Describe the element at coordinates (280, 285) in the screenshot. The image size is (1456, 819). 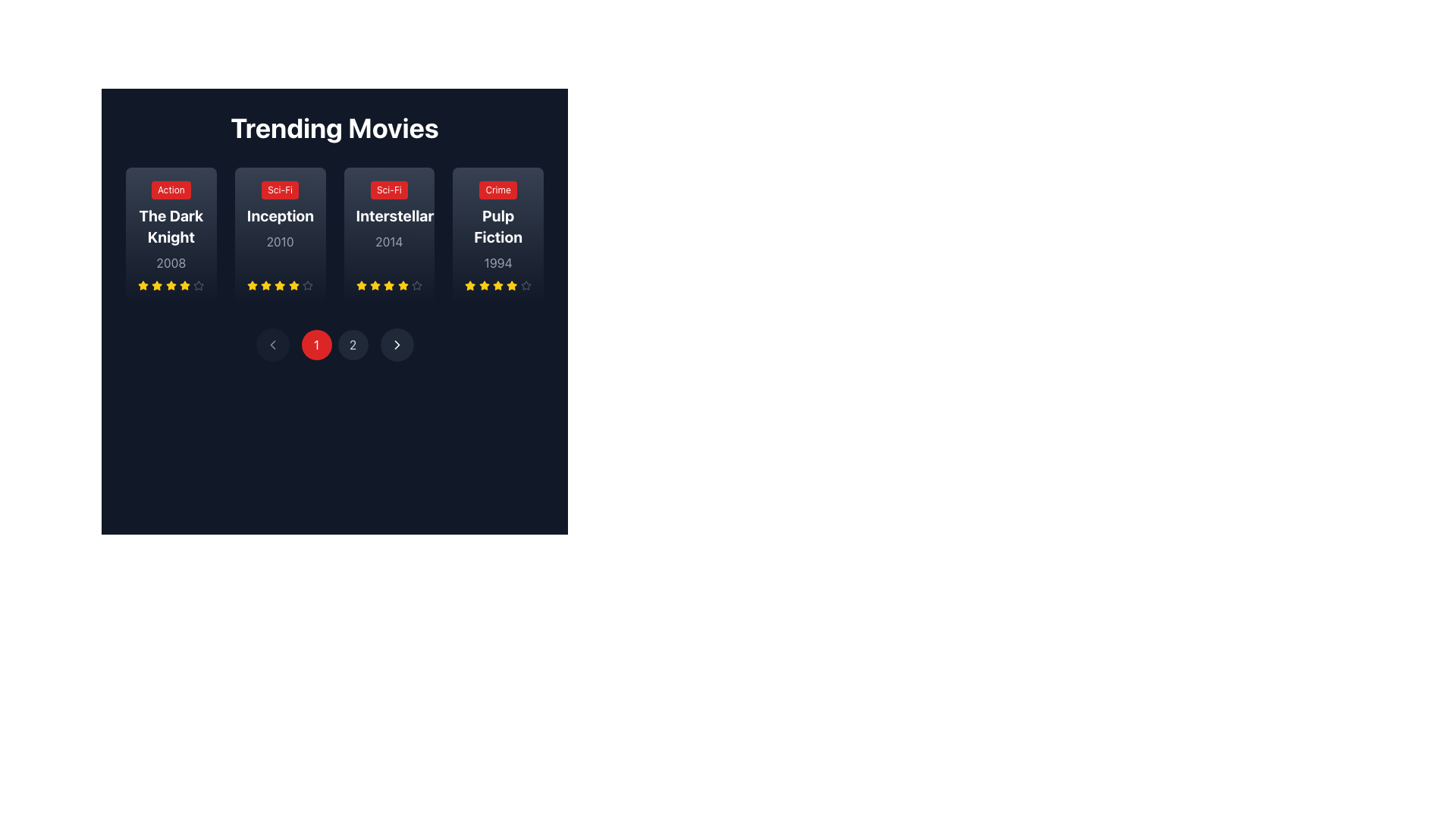
I see `the fourth star icon representing the rating for the movie 'Inception' (2010)` at that location.